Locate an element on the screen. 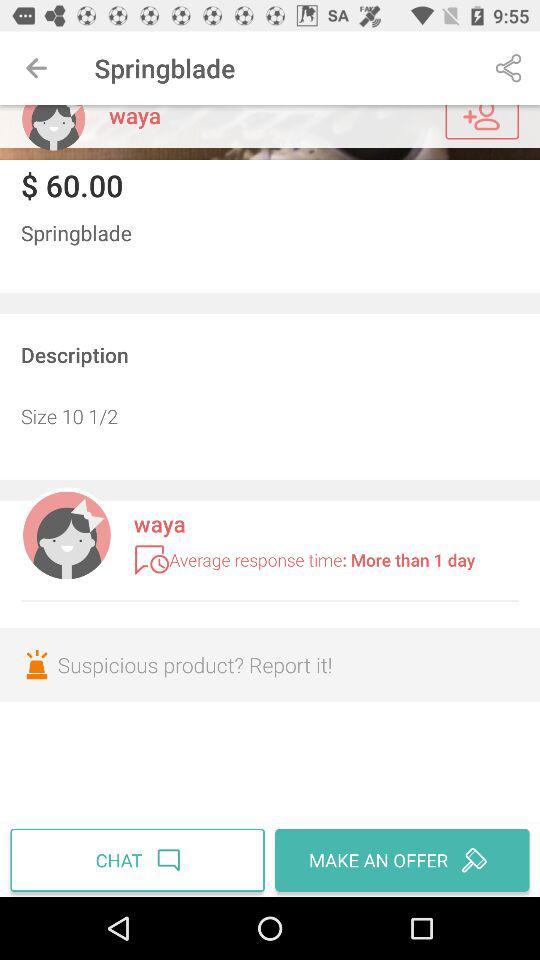 This screenshot has width=540, height=960. the avatar icon is located at coordinates (66, 532).